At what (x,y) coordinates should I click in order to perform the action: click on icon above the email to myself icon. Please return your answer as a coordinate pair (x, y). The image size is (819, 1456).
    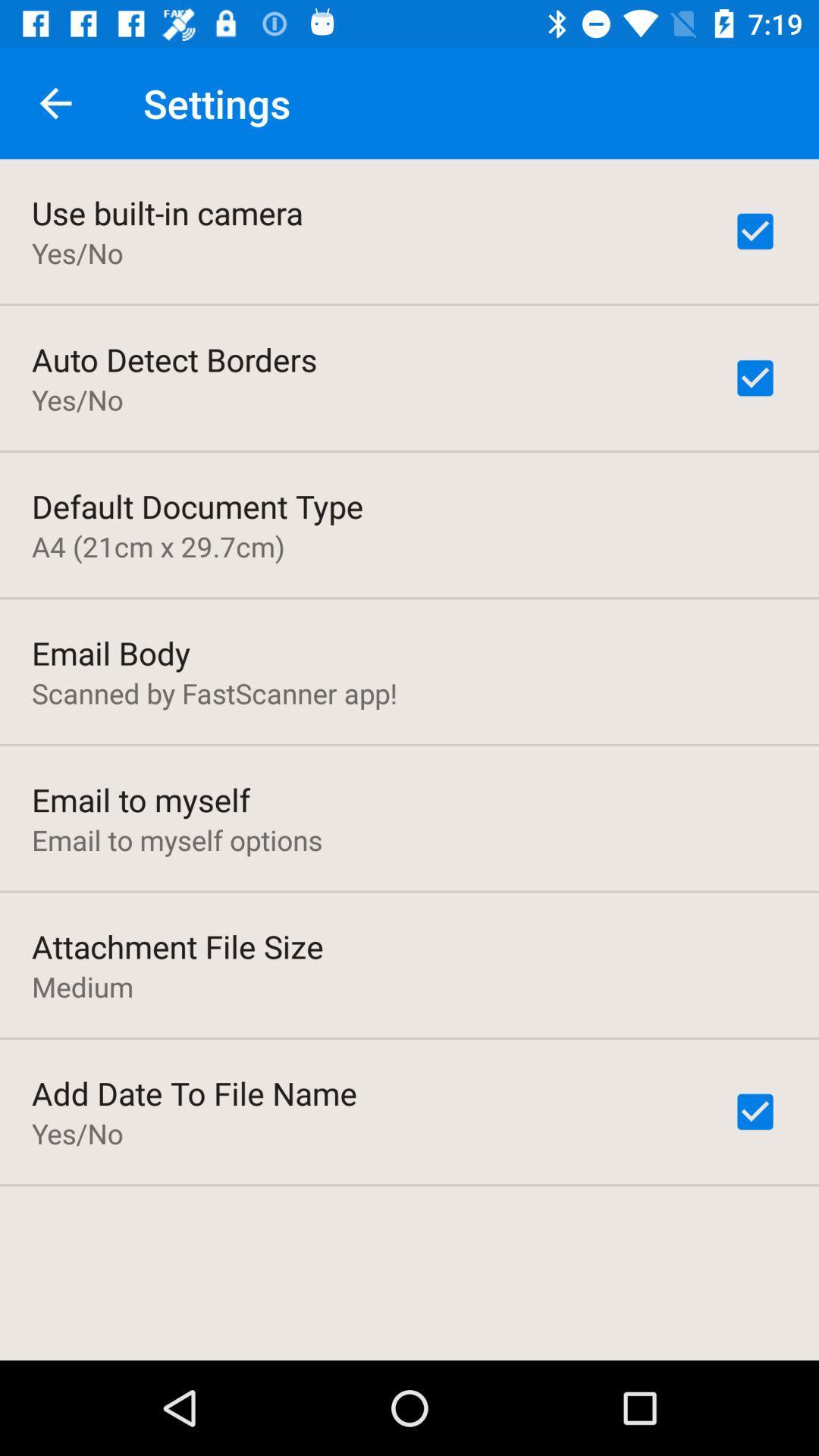
    Looking at the image, I should click on (215, 692).